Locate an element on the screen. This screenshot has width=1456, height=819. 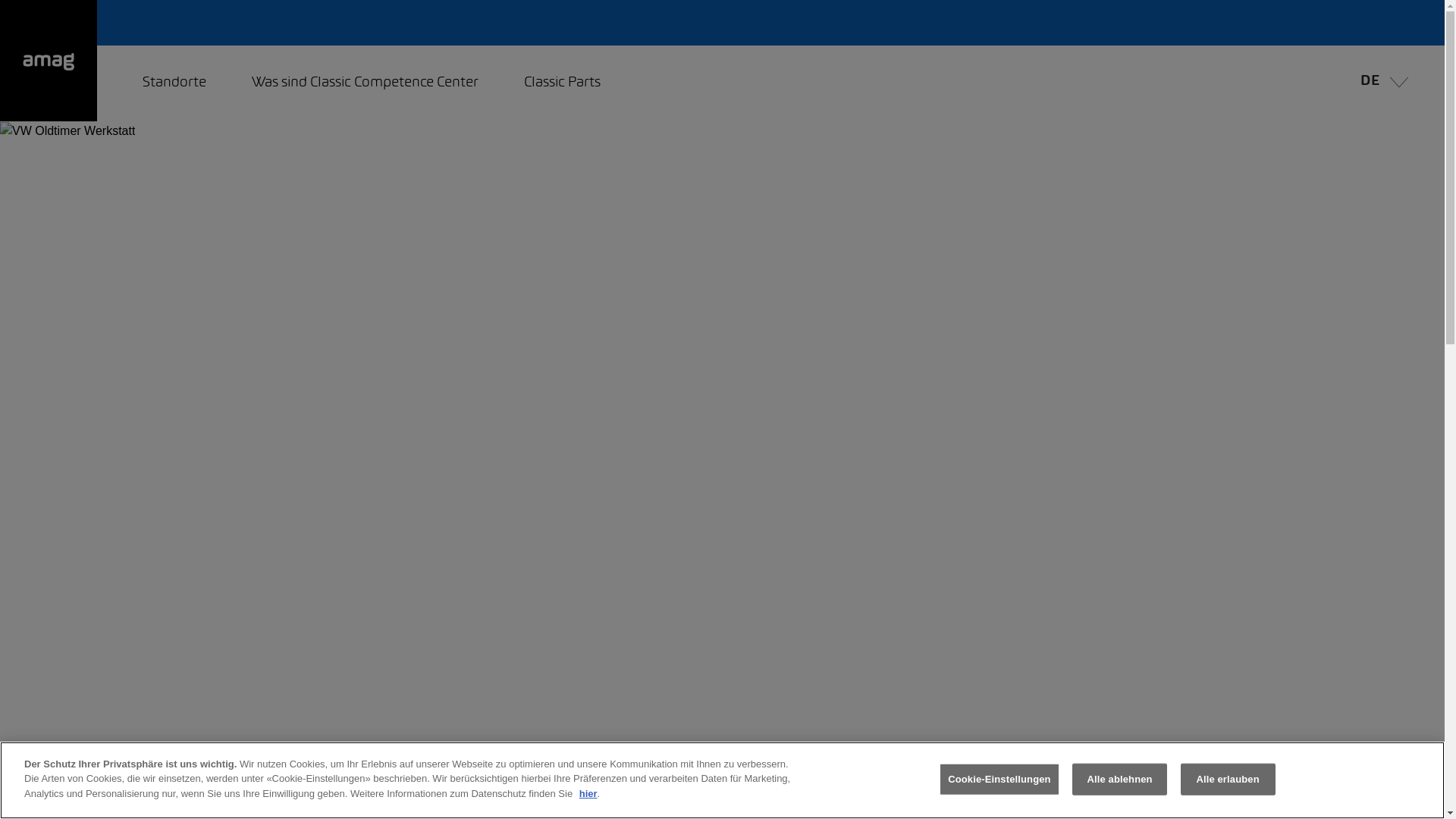
'Standorte' is located at coordinates (174, 83).